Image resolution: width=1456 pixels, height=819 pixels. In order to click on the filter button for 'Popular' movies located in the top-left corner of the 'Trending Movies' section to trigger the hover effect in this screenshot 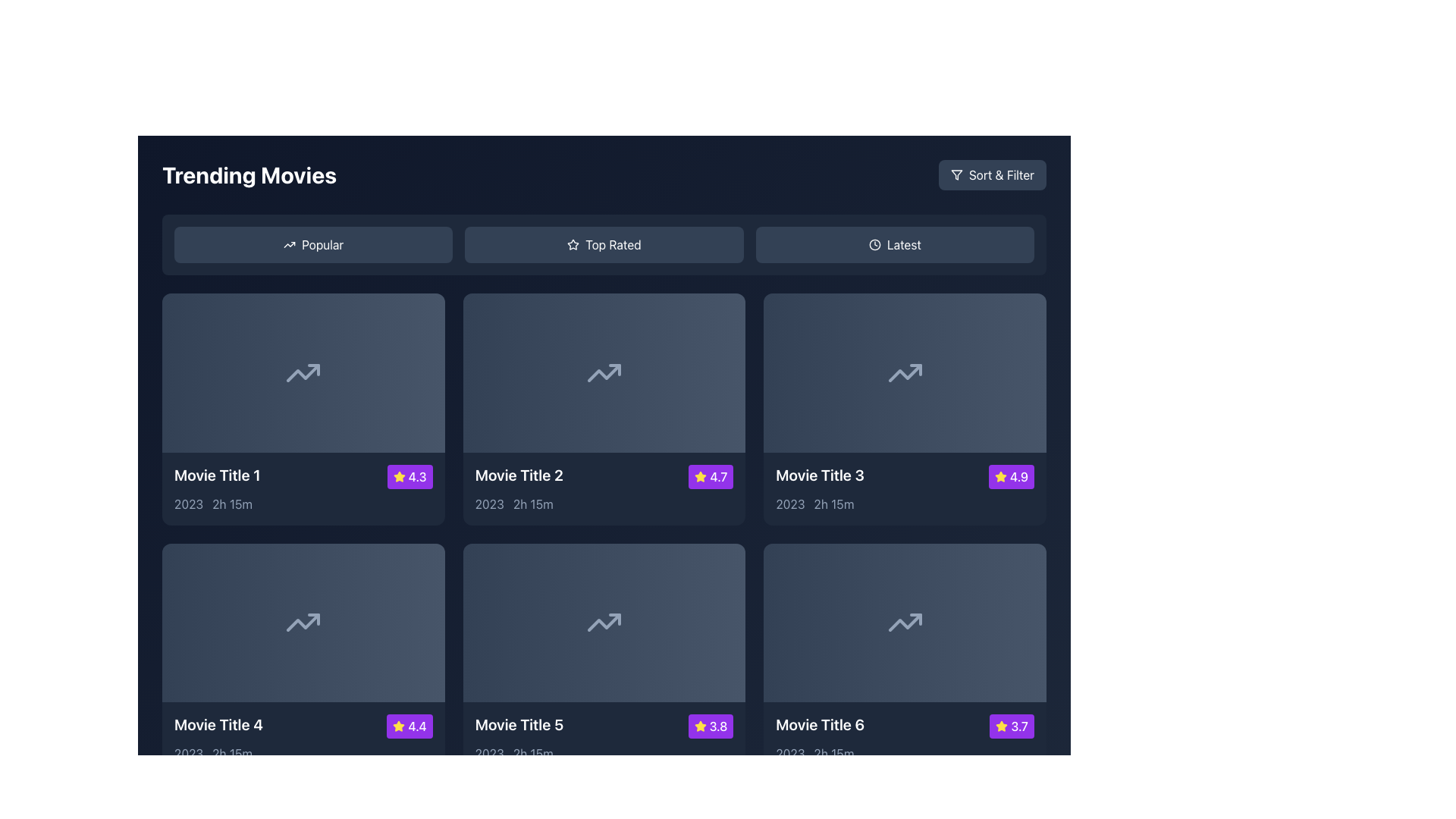, I will do `click(312, 244)`.